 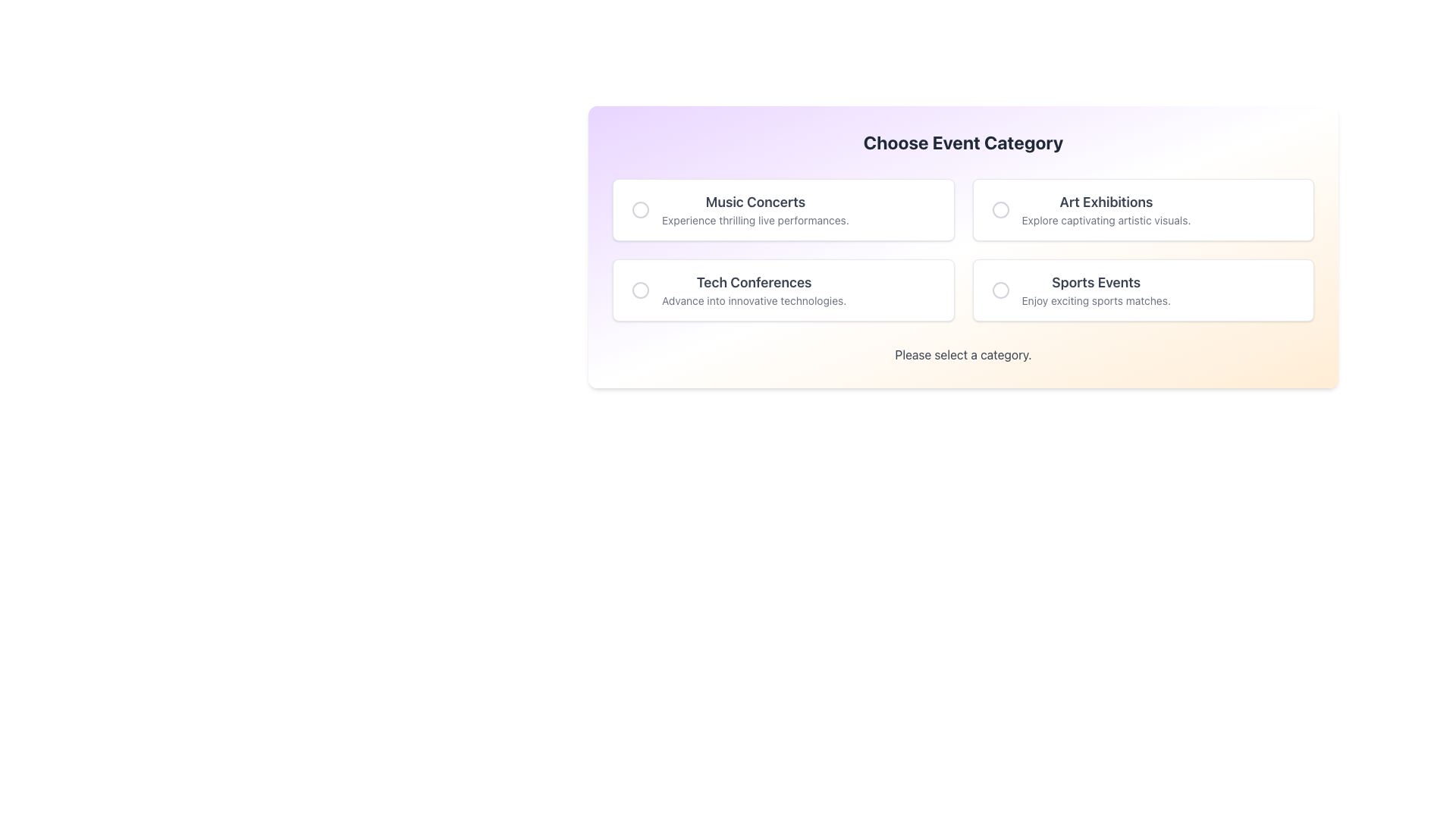 What do you see at coordinates (754, 290) in the screenshot?
I see `the 'Tech Conferences' text label in the 'Choose Event Category' section` at bounding box center [754, 290].